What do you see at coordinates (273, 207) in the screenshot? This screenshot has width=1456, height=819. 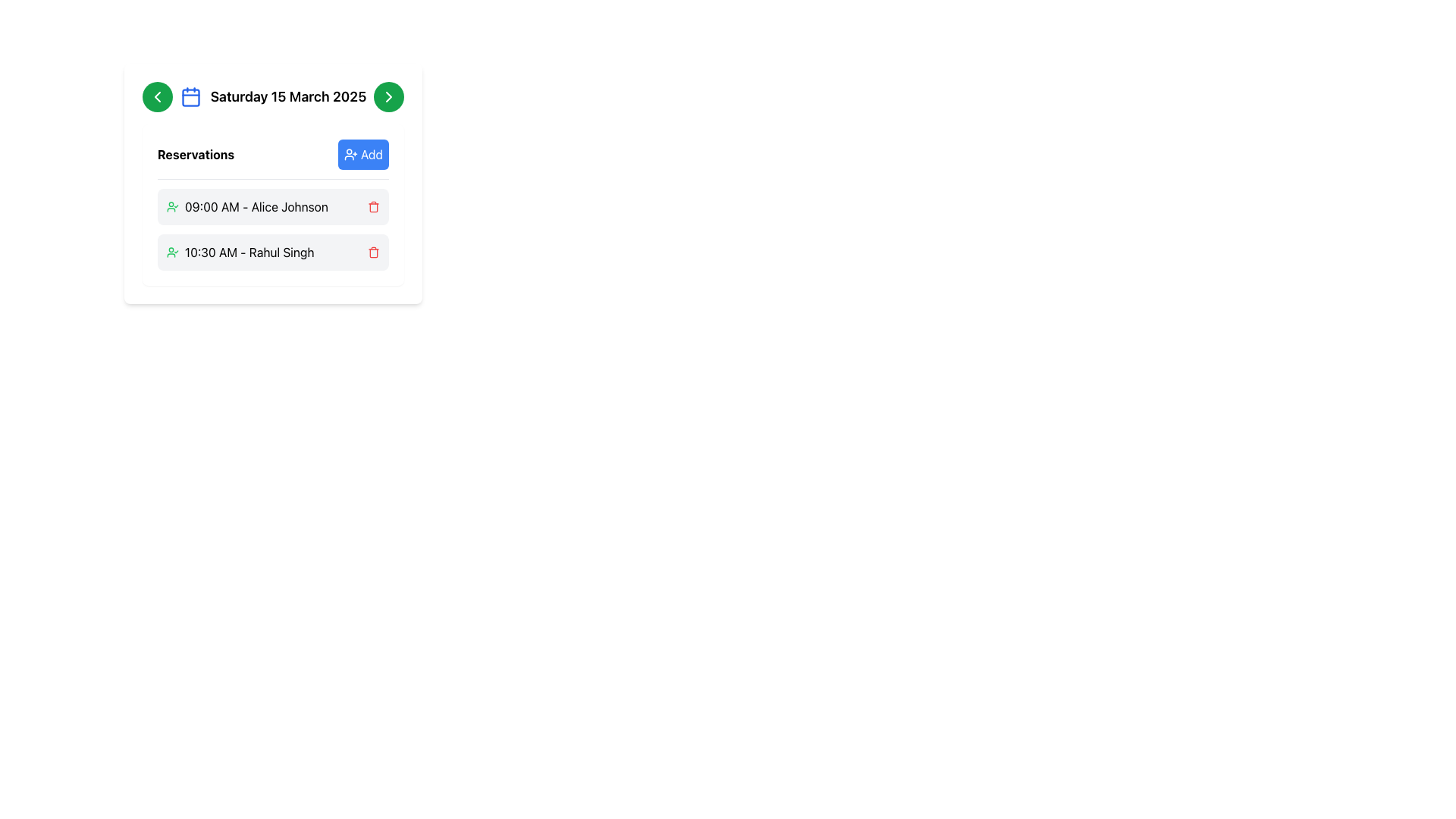 I see `the first List Item` at bounding box center [273, 207].